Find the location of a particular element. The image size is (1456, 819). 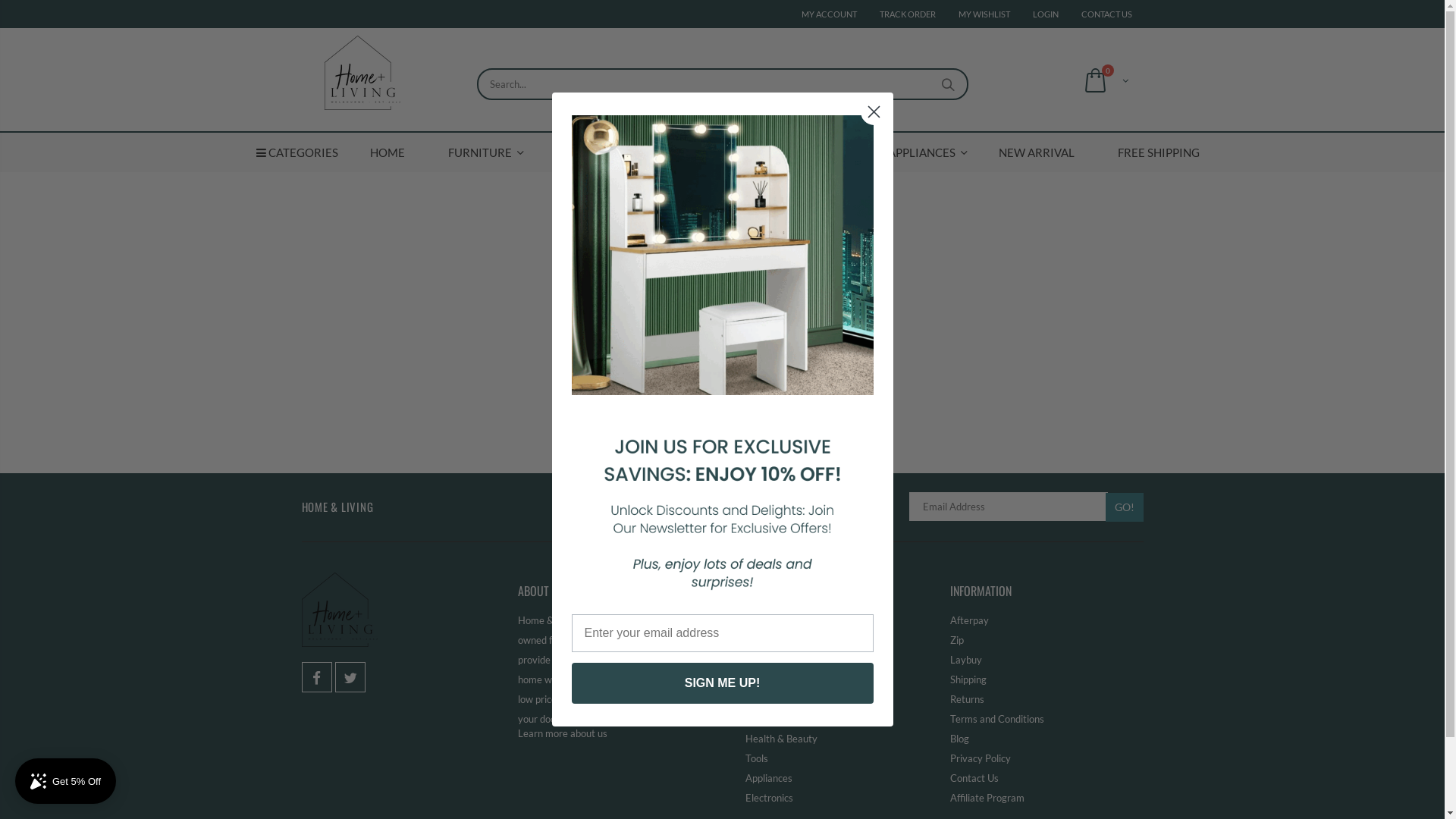

'Terms and Conditions' is located at coordinates (996, 718).